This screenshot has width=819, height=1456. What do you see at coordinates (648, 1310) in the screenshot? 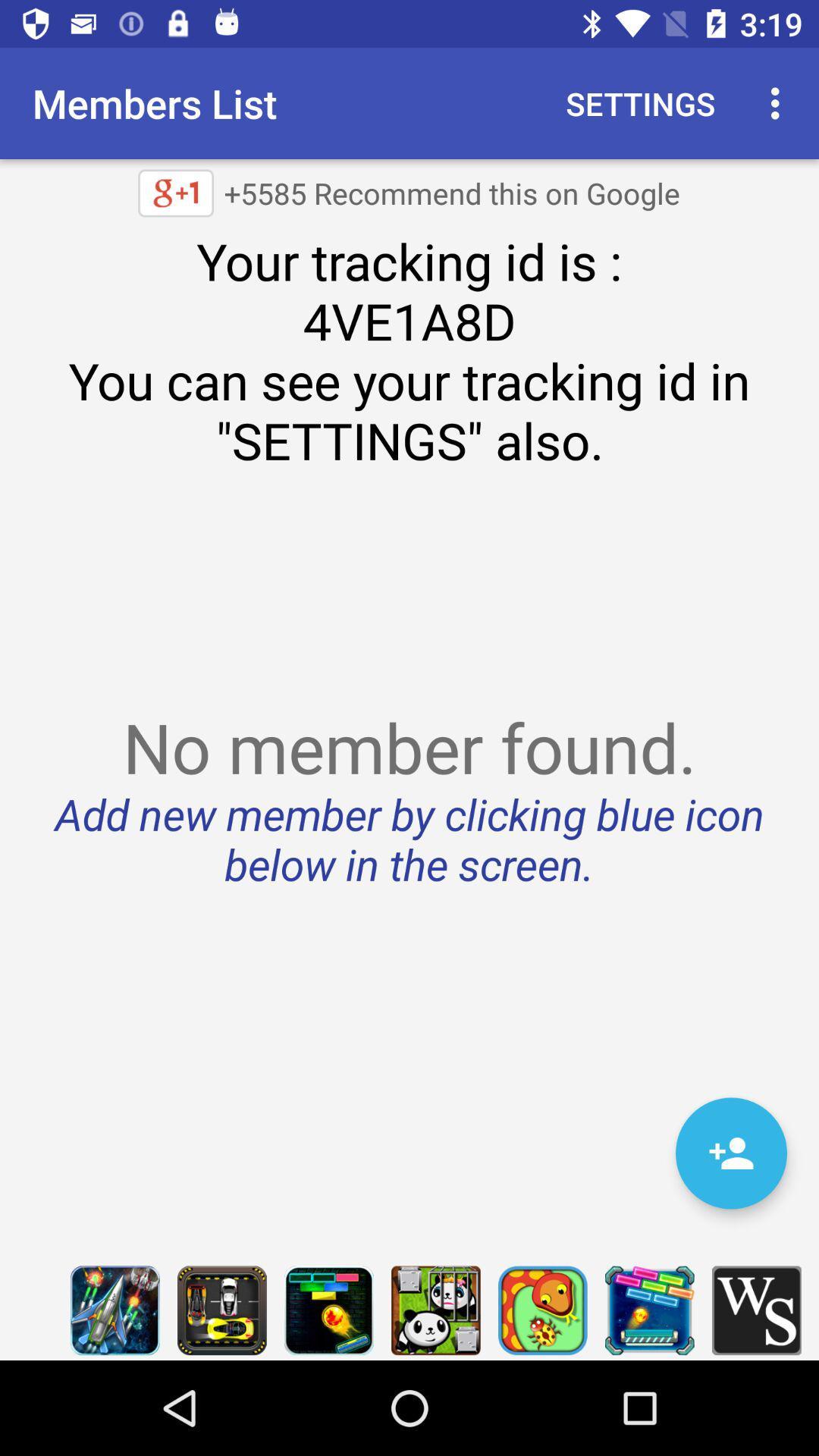
I see `change to new game` at bounding box center [648, 1310].